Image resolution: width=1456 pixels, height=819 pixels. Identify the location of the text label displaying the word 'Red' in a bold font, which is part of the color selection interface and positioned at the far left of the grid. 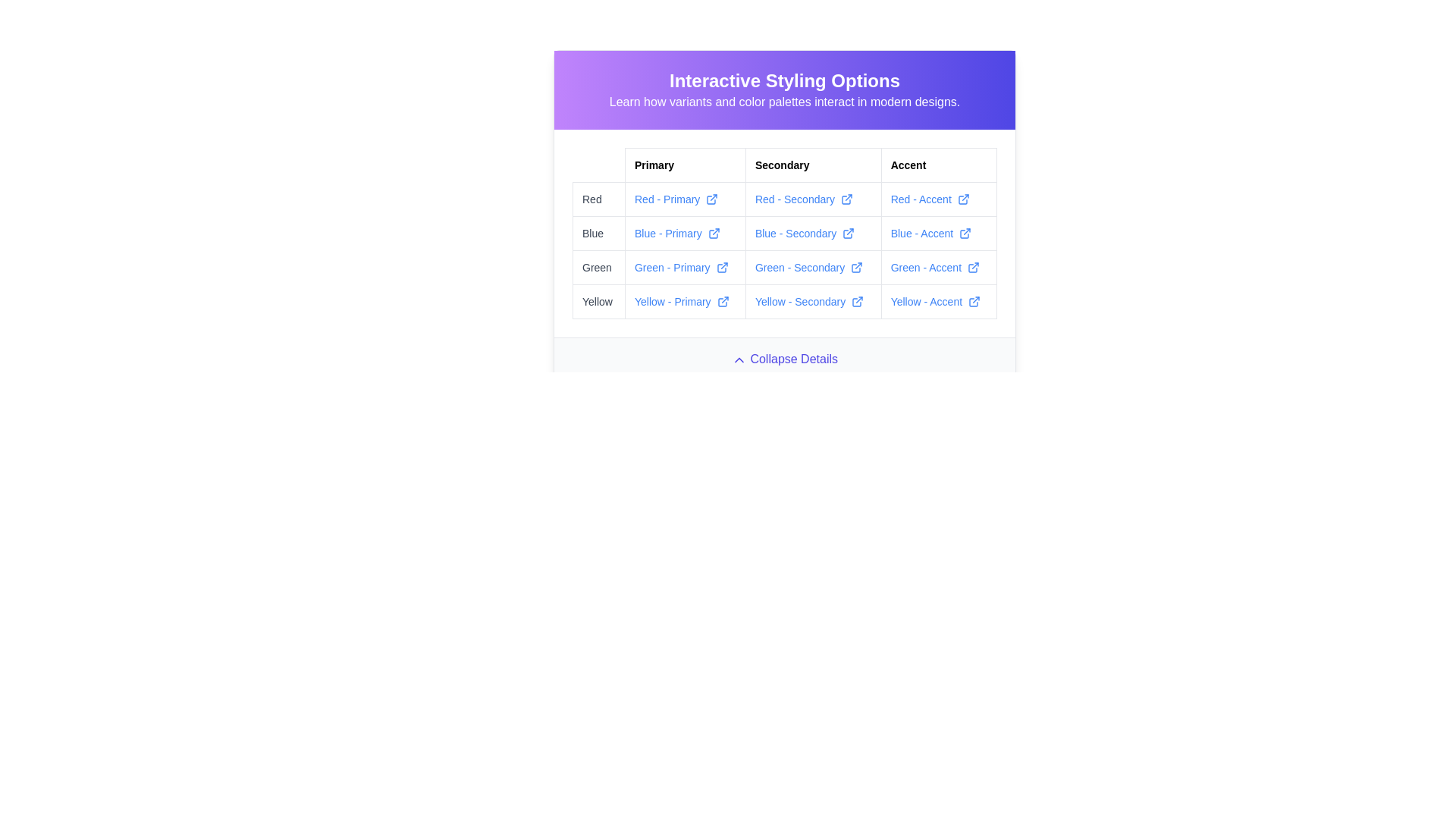
(598, 198).